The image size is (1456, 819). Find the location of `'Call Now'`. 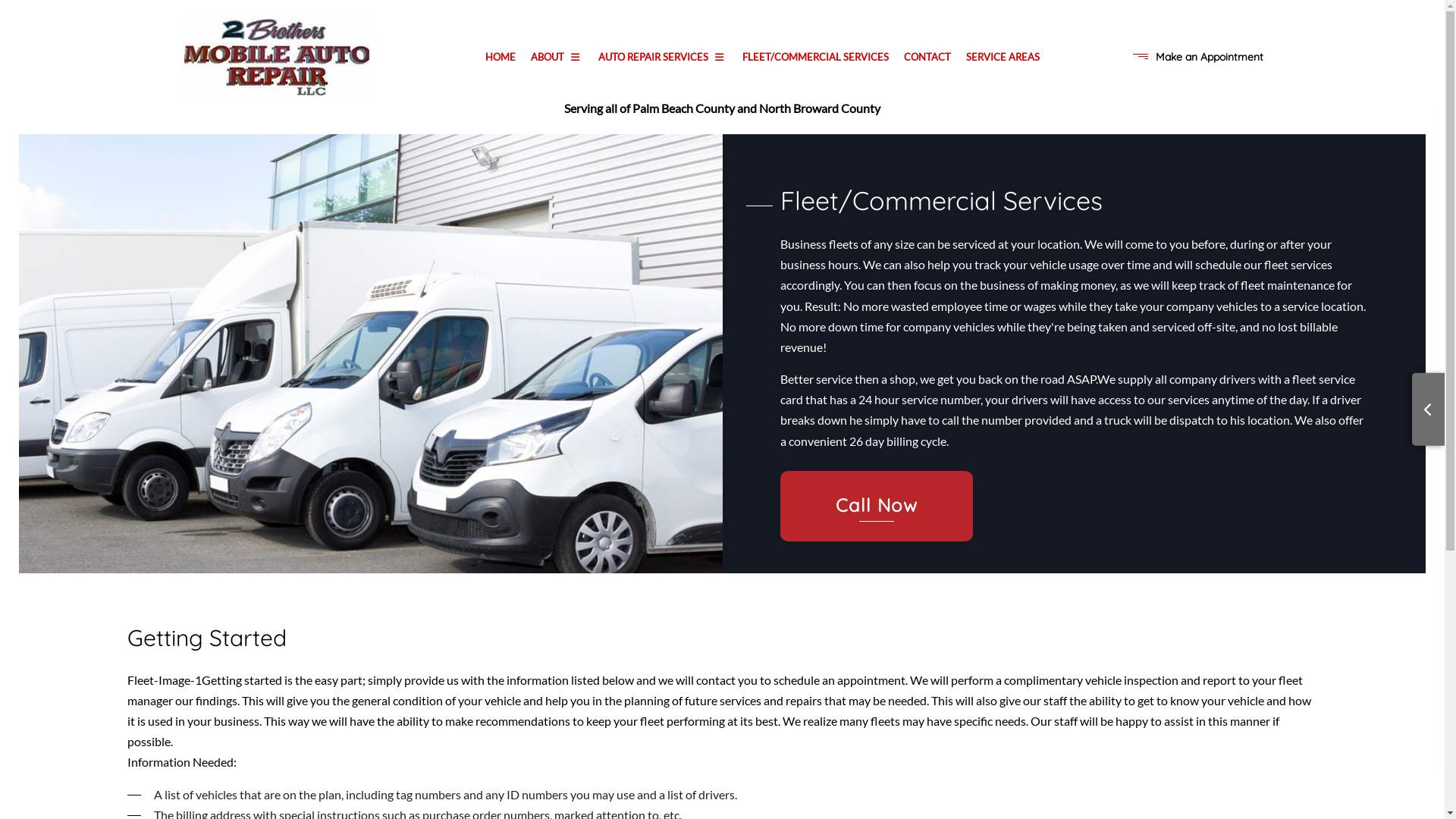

'Call Now' is located at coordinates (780, 506).